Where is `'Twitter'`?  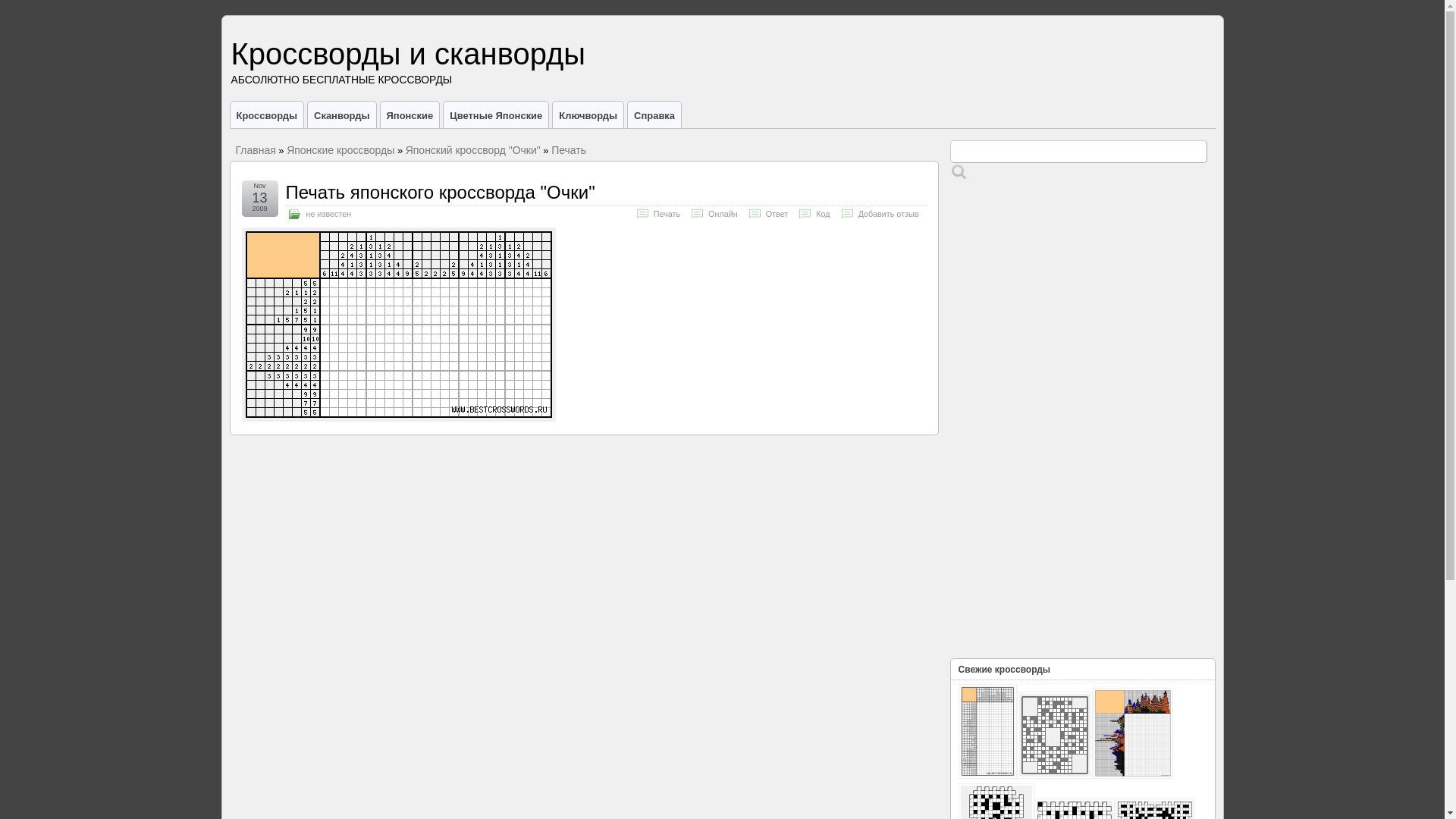
'Twitter' is located at coordinates (1141, 113).